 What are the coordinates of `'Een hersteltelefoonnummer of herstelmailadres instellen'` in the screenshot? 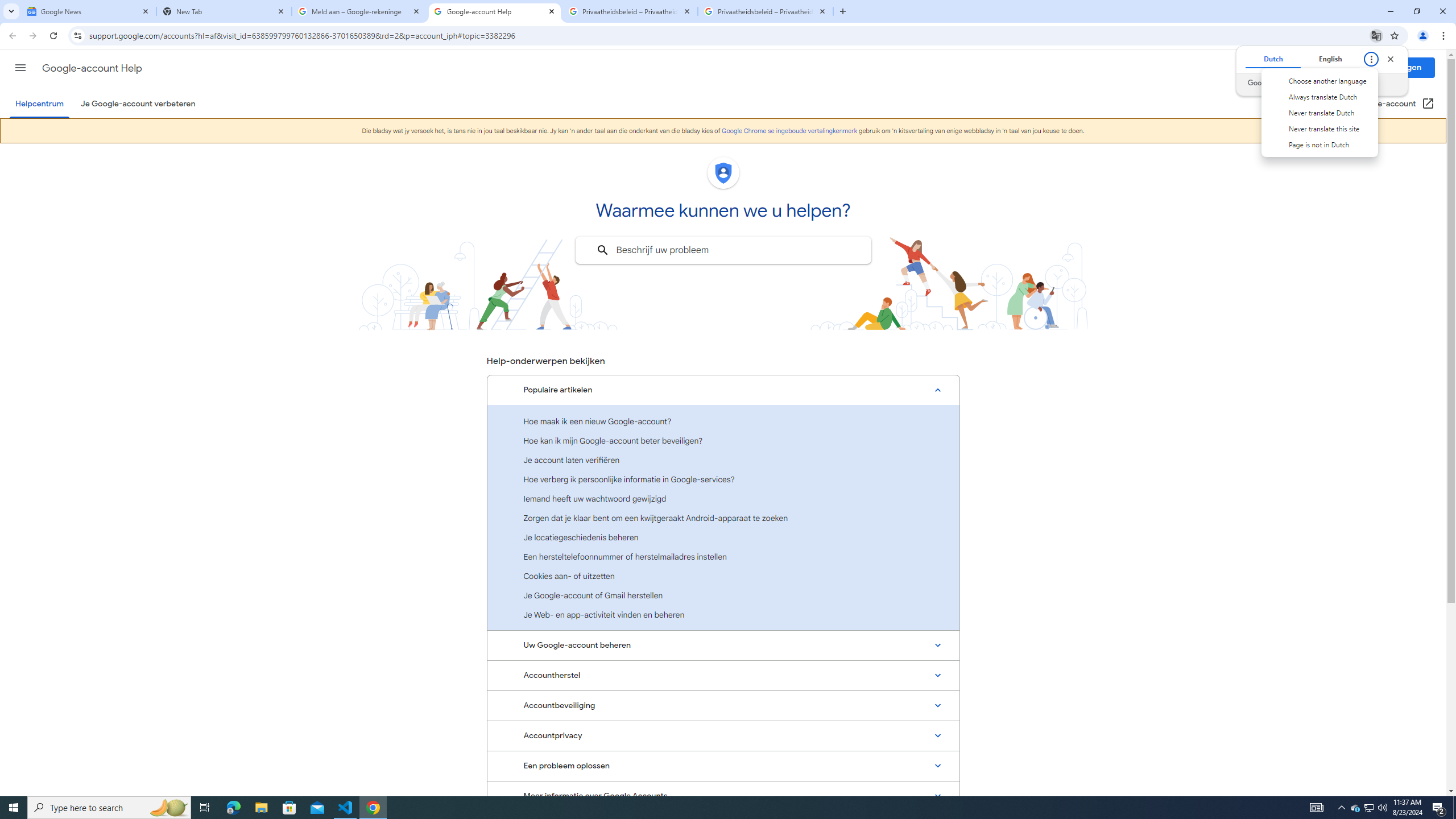 It's located at (723, 556).